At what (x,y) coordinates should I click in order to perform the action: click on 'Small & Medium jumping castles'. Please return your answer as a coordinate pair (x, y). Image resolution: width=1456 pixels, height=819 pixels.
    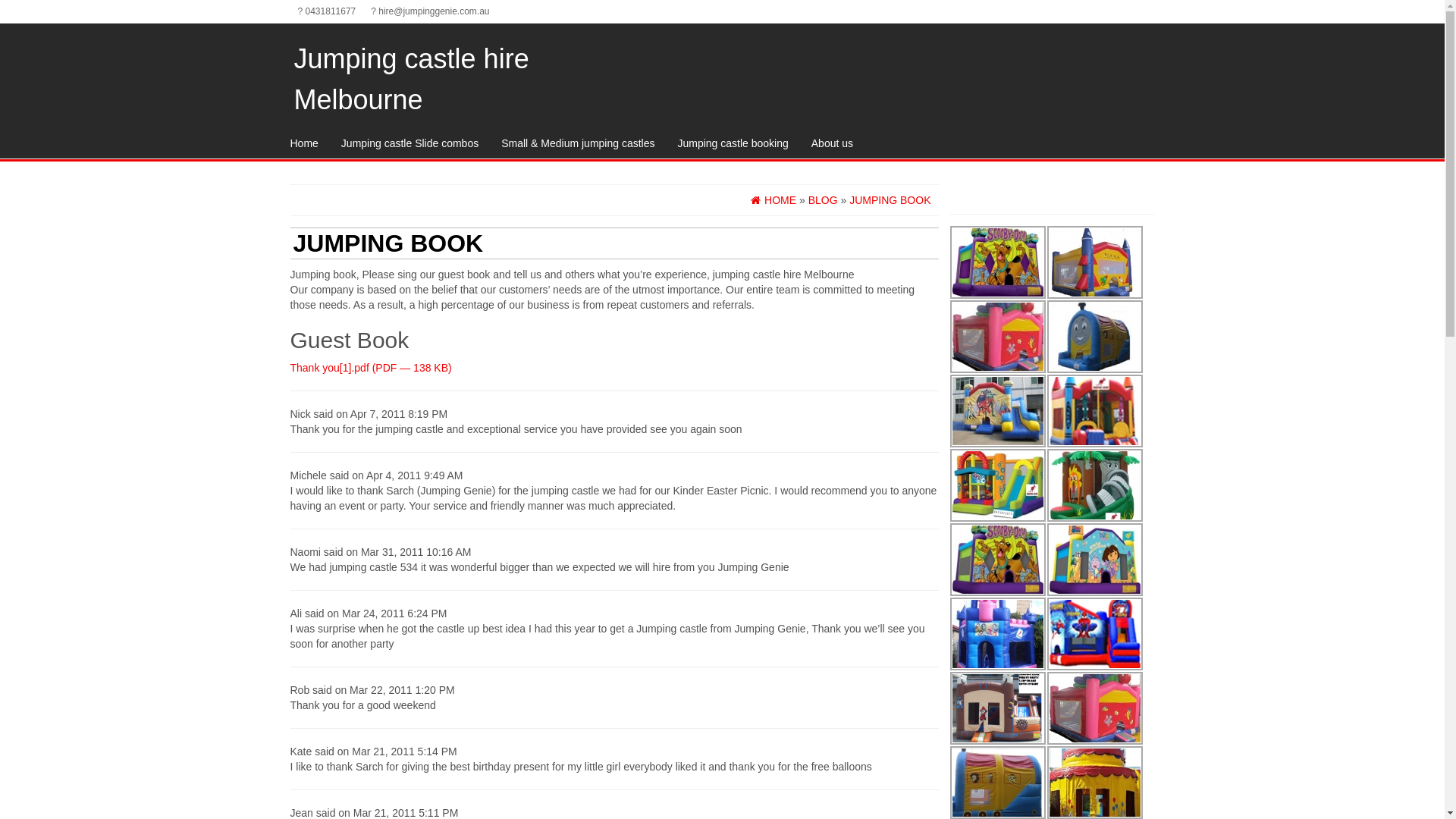
    Looking at the image, I should click on (577, 143).